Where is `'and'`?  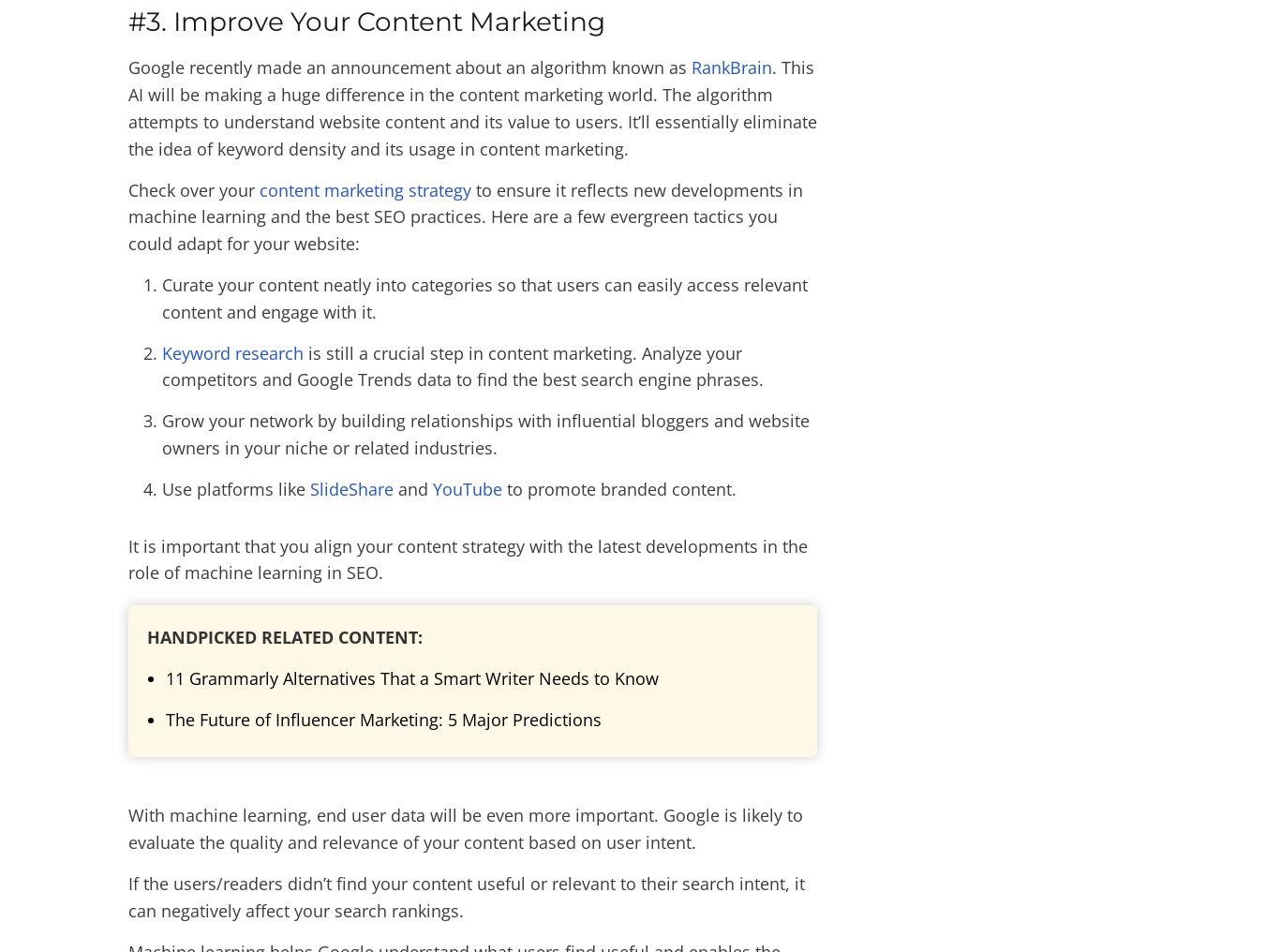 'and' is located at coordinates (411, 487).